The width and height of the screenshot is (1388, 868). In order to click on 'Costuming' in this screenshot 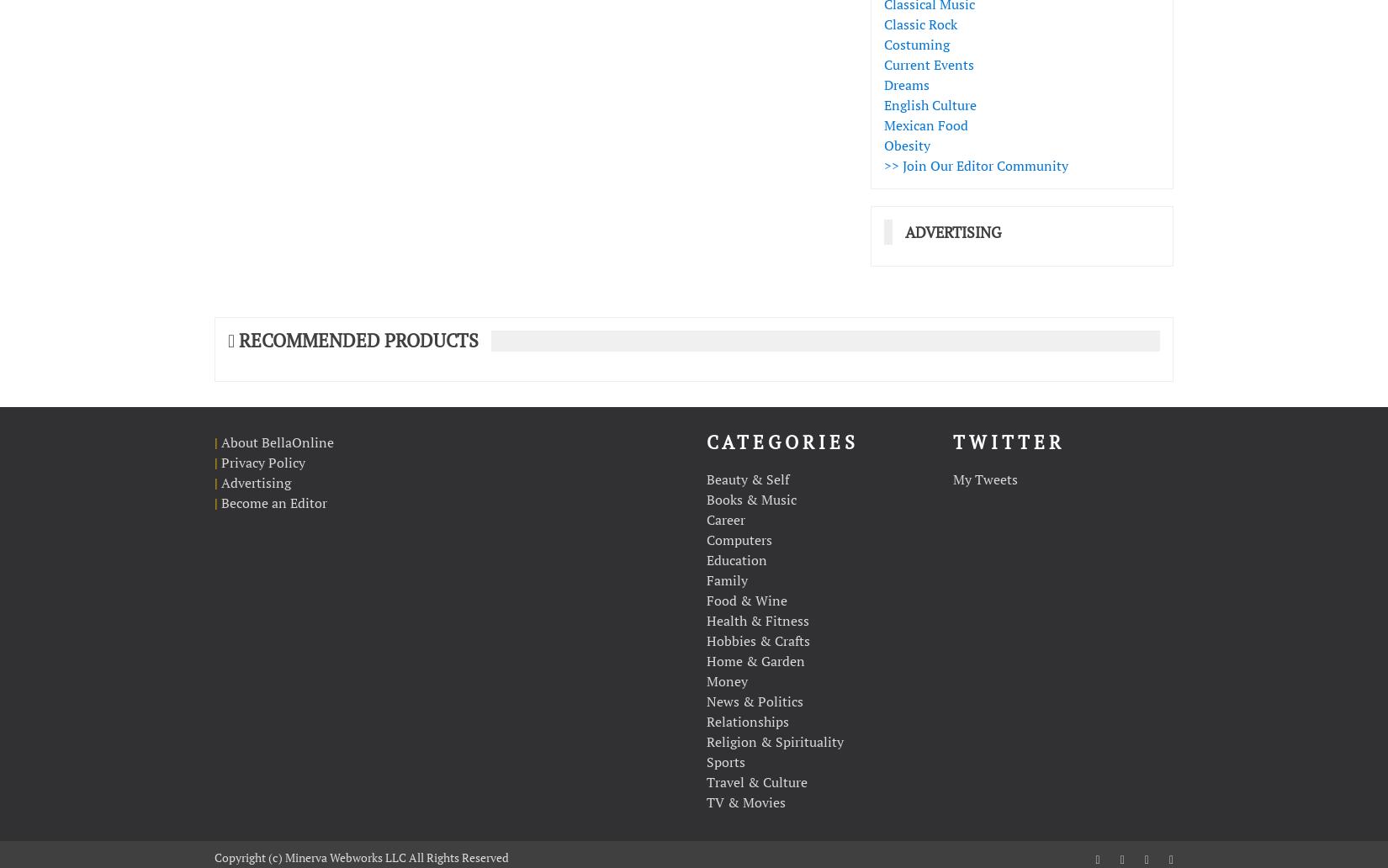, I will do `click(916, 45)`.